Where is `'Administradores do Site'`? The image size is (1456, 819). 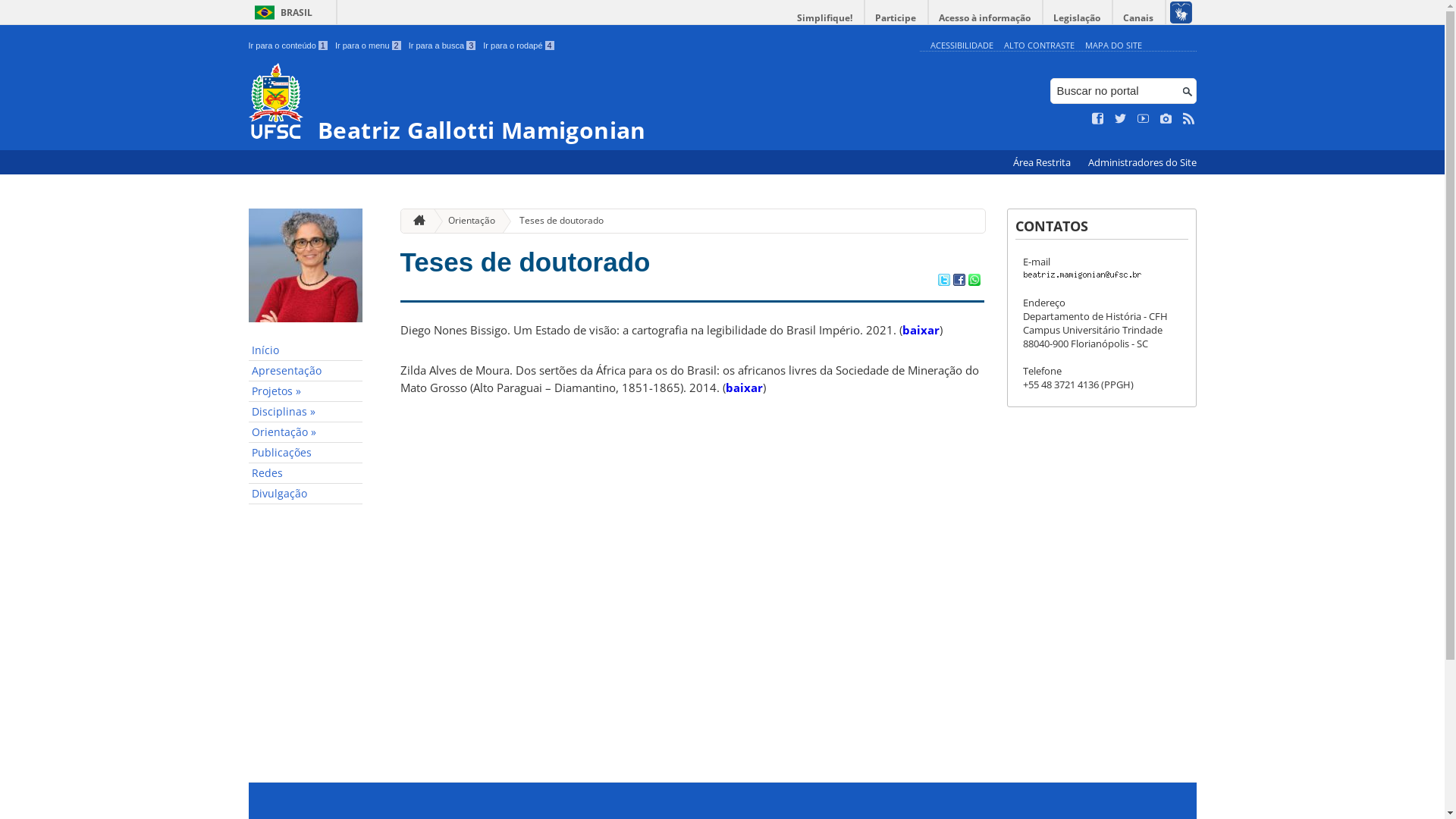 'Administradores do Site' is located at coordinates (1141, 162).